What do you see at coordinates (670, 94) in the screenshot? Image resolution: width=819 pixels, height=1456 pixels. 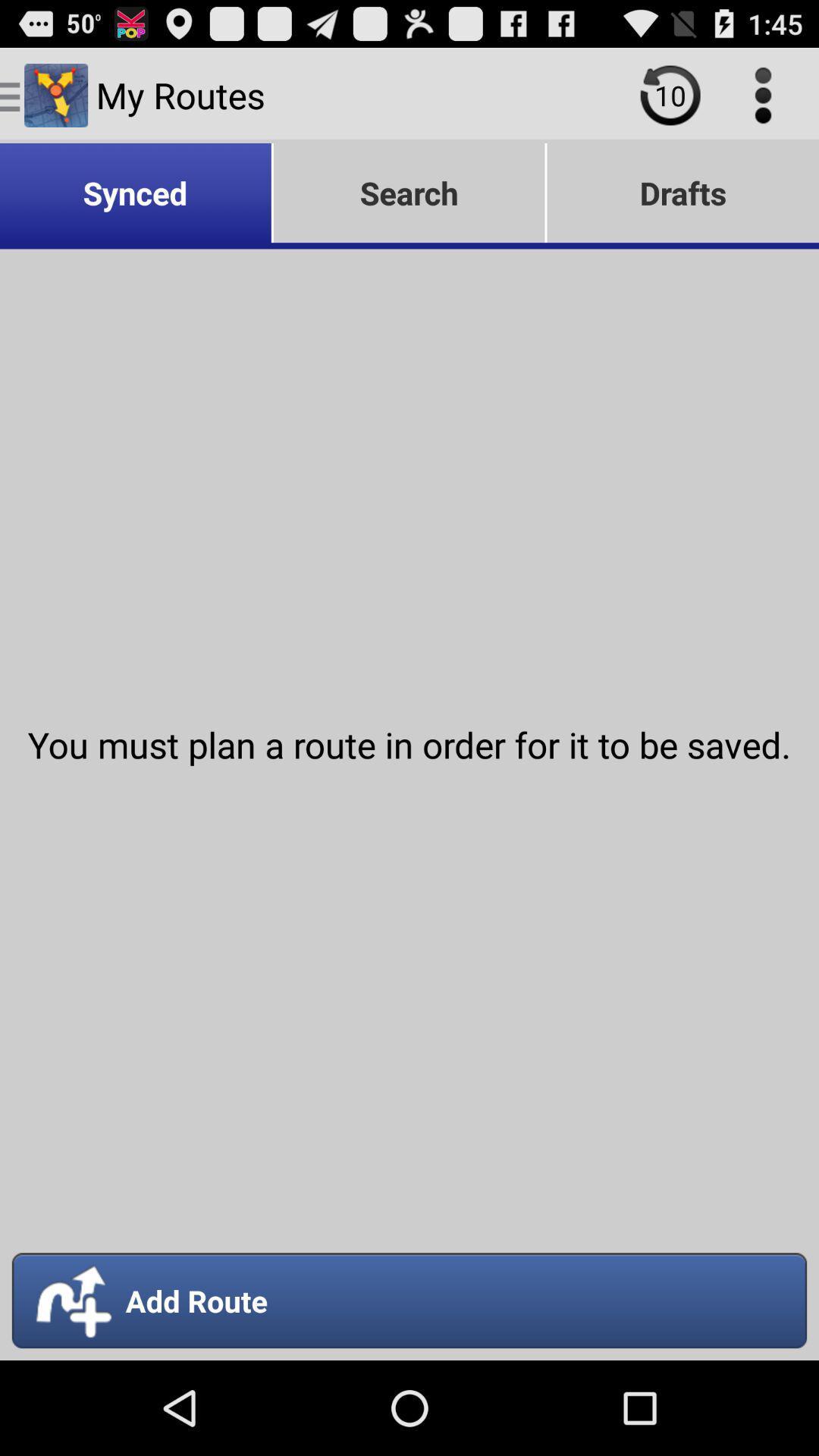 I see `the icon next to my routes icon` at bounding box center [670, 94].